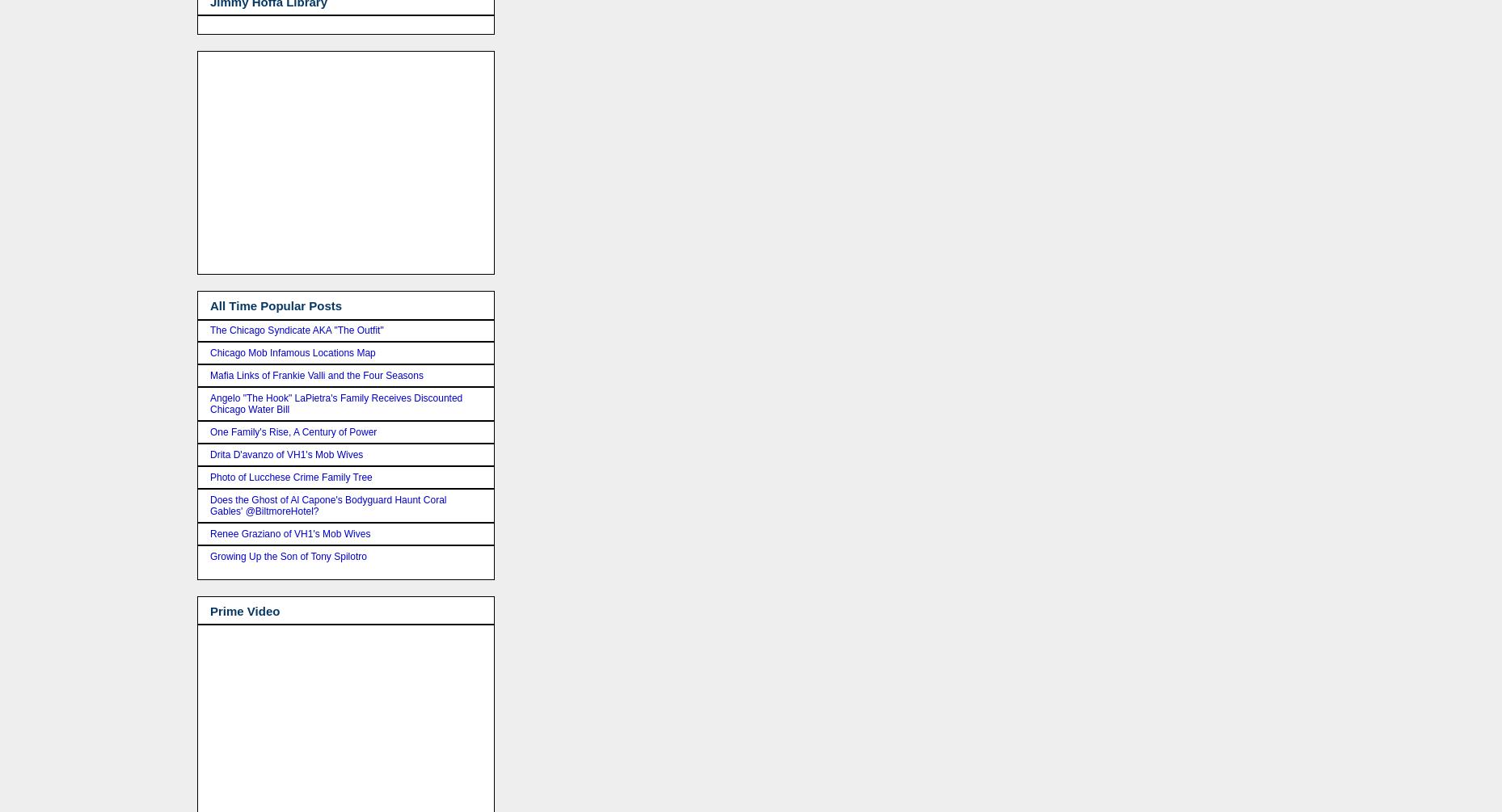 The image size is (1502, 812). What do you see at coordinates (315, 375) in the screenshot?
I see `'Mafia Links of Frankie Valli and the Four Seasons'` at bounding box center [315, 375].